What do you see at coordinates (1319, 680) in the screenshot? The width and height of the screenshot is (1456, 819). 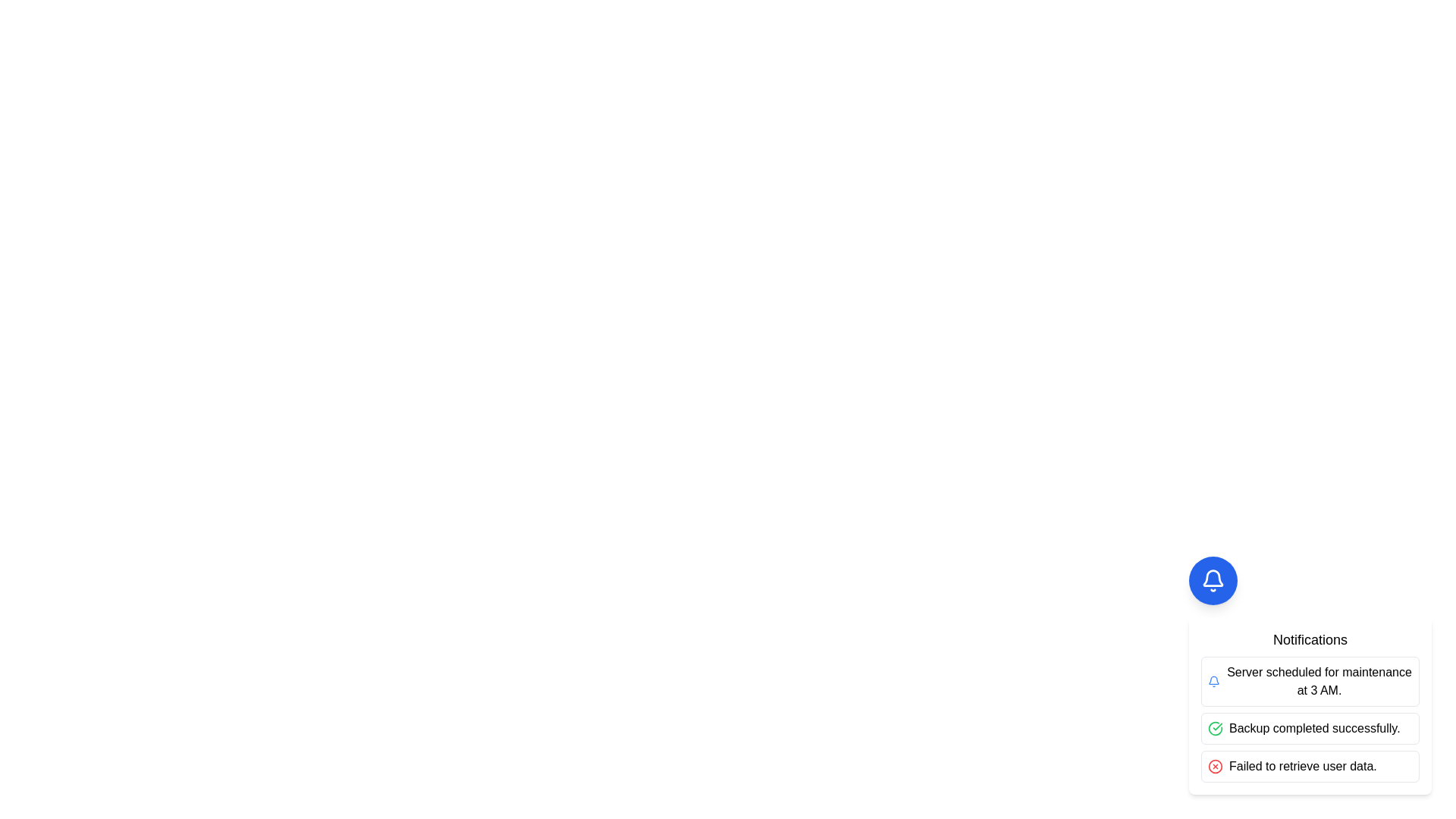 I see `alert message displayed in the notification section below the blue bell icon, which notifies the user of an upcoming maintenance schedule` at bounding box center [1319, 680].